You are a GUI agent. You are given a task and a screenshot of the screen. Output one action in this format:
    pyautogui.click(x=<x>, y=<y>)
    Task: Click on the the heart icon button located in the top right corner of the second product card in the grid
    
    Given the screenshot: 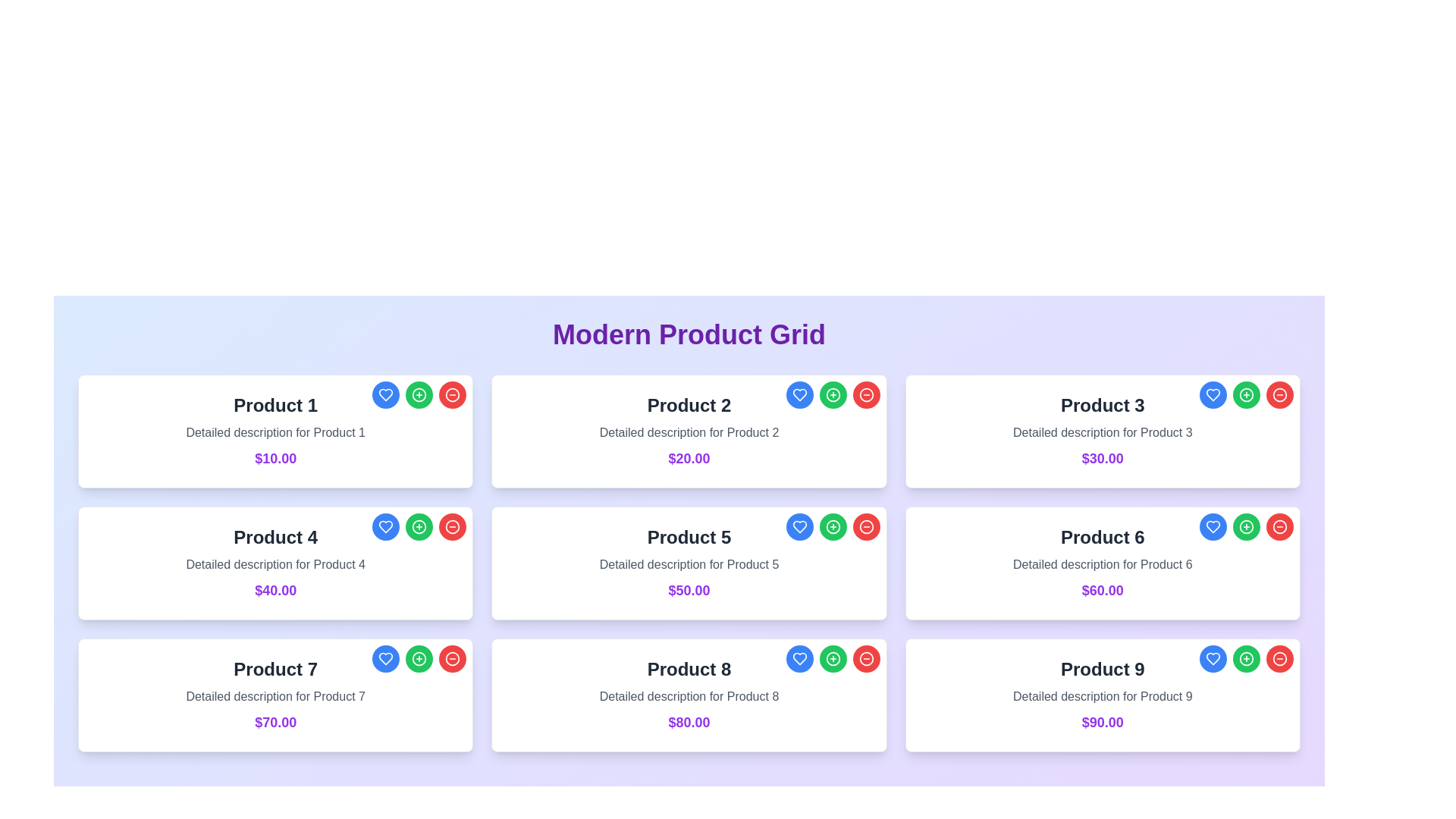 What is the action you would take?
    pyautogui.click(x=799, y=394)
    